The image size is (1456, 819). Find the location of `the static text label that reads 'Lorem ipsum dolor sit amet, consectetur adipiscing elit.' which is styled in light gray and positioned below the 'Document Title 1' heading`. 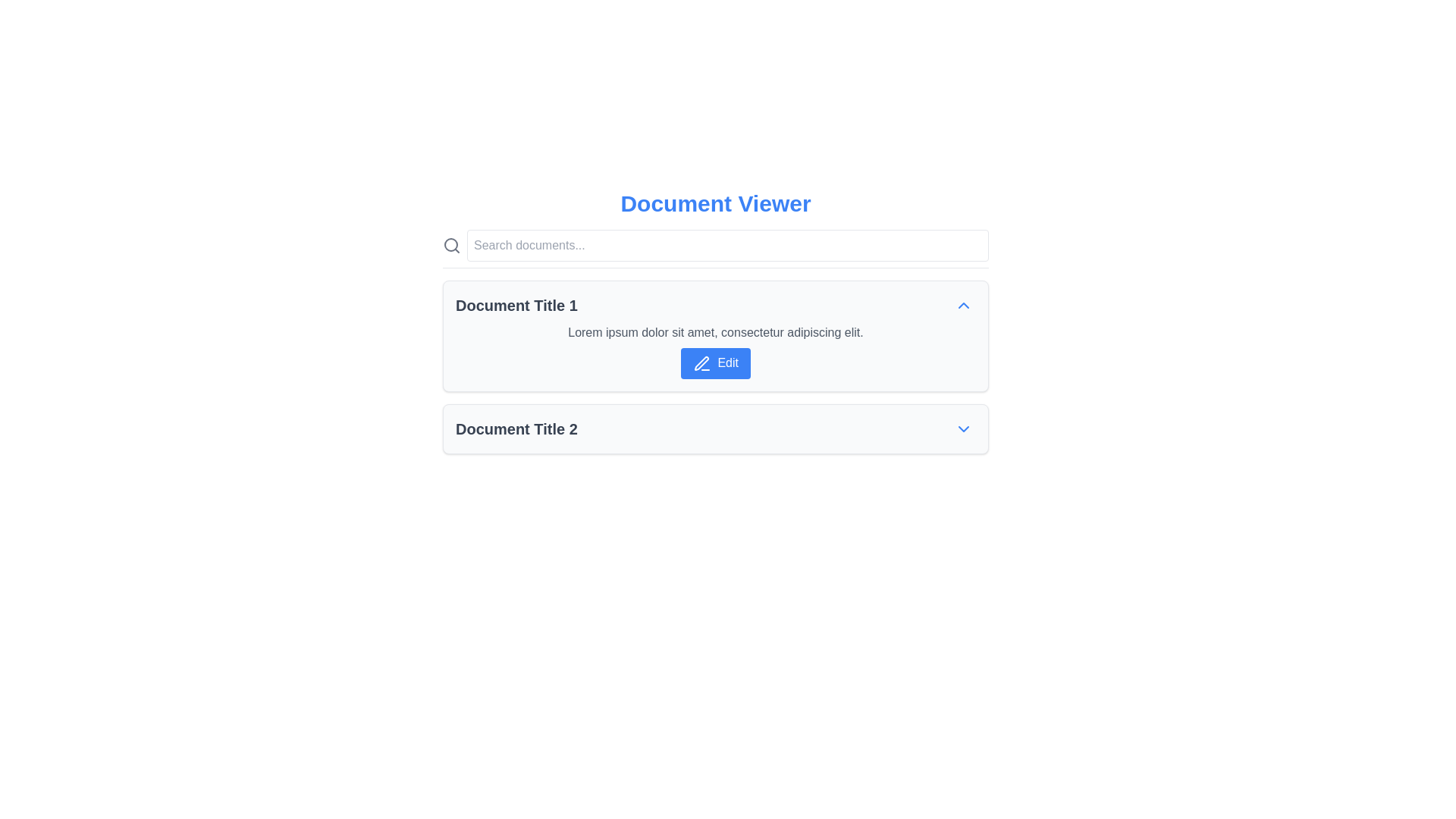

the static text label that reads 'Lorem ipsum dolor sit amet, consectetur adipiscing elit.' which is styled in light gray and positioned below the 'Document Title 1' heading is located at coordinates (715, 332).